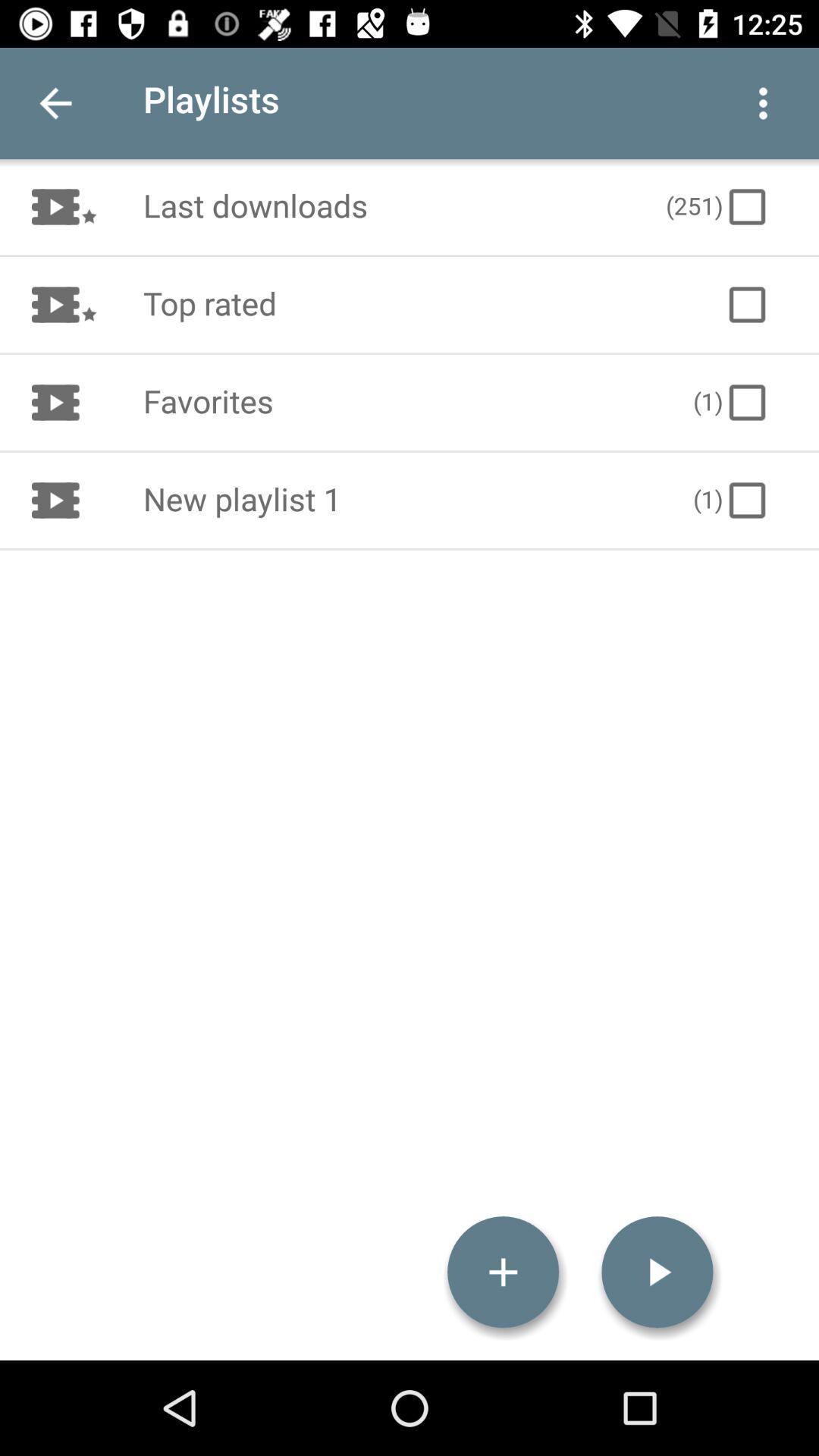  Describe the element at coordinates (746, 304) in the screenshot. I see `the icon to the right of the top rated item` at that location.